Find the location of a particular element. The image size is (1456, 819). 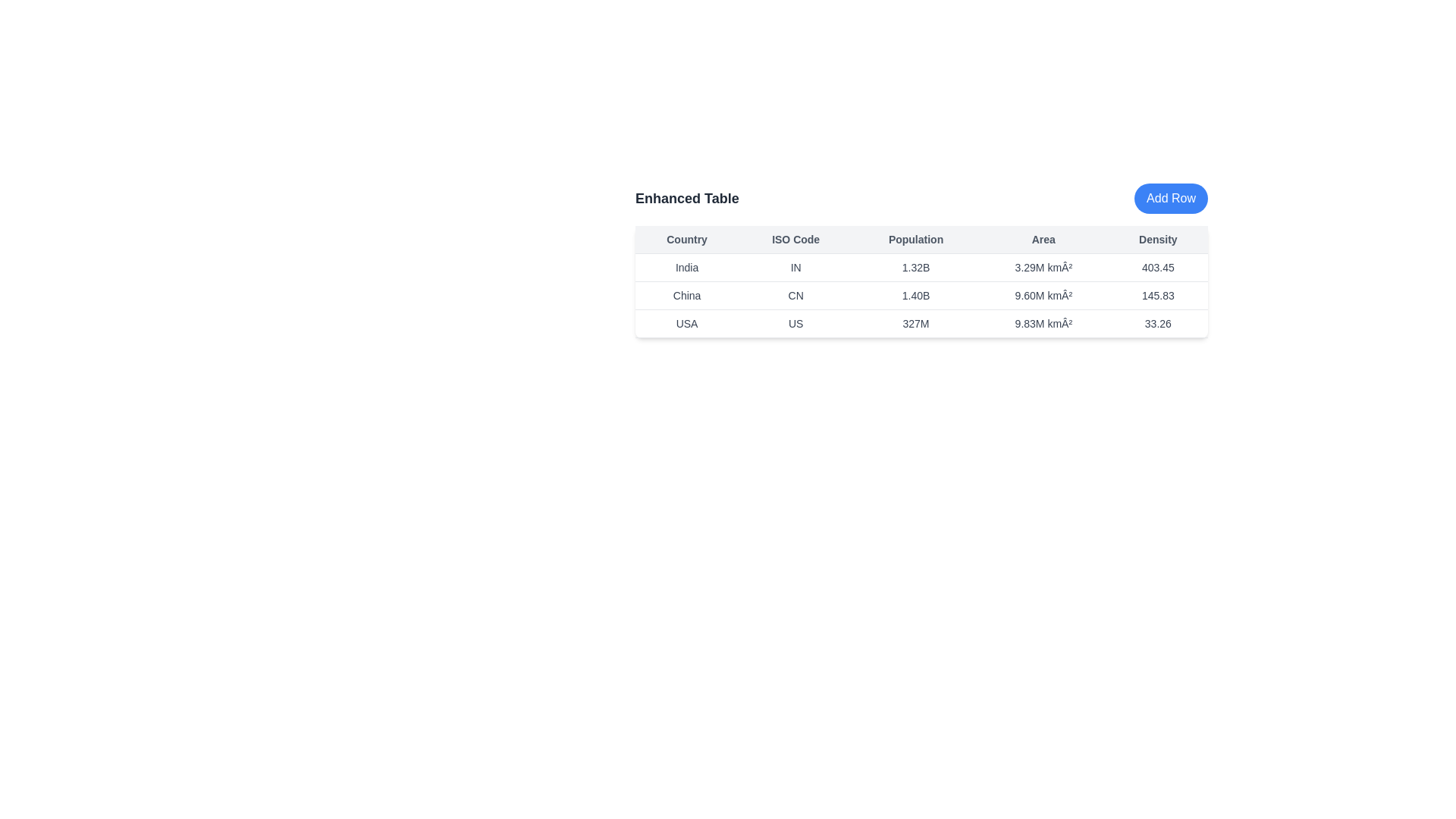

the text label 'ISO Code' which is the second column header in a table's header row, visually distinct with a gray background is located at coordinates (795, 239).